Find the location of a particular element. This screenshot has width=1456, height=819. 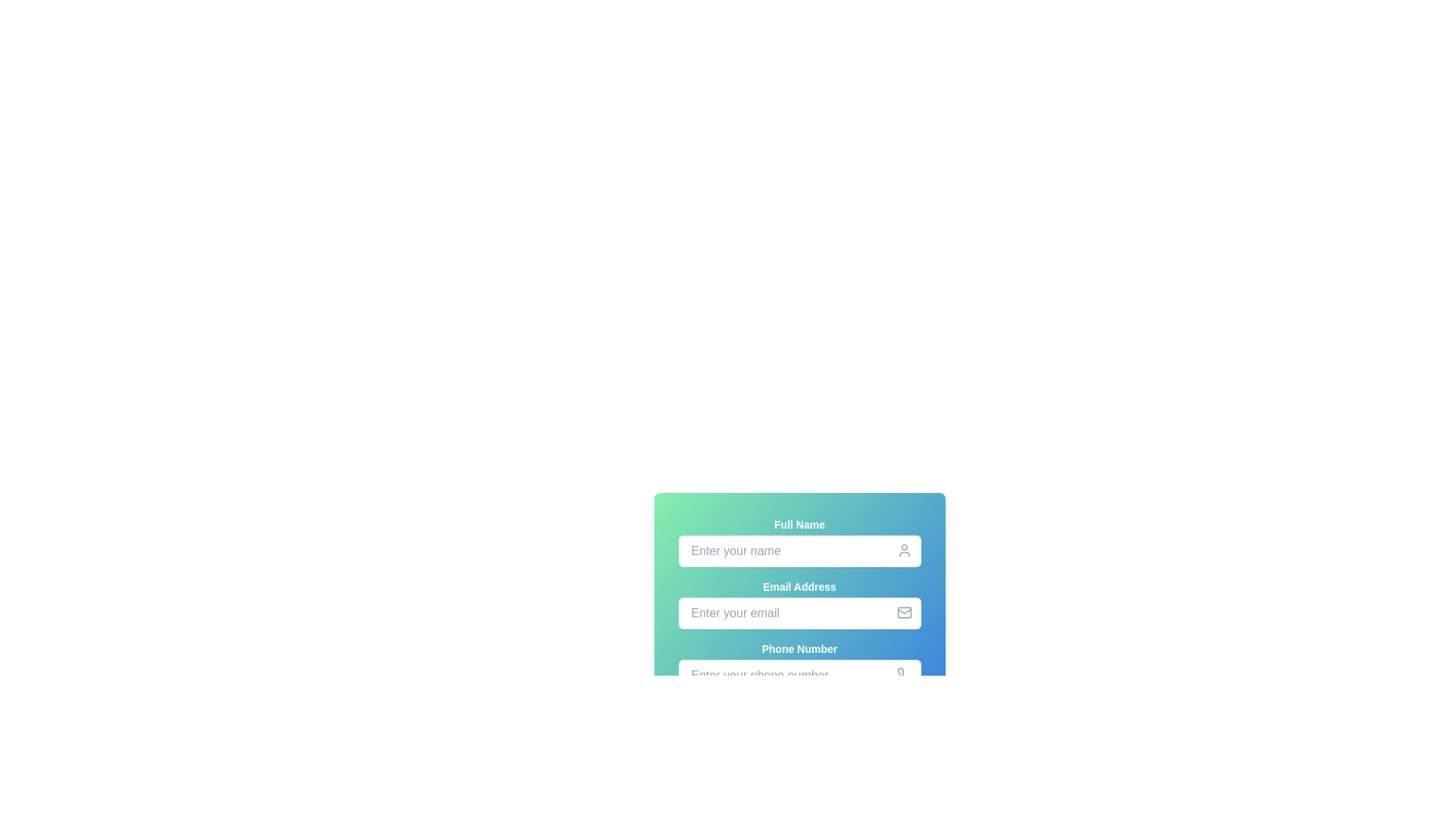

the 'Phone Number' input field by clicking on the phone icon located at the bottom-right corner of the input field is located at coordinates (904, 673).